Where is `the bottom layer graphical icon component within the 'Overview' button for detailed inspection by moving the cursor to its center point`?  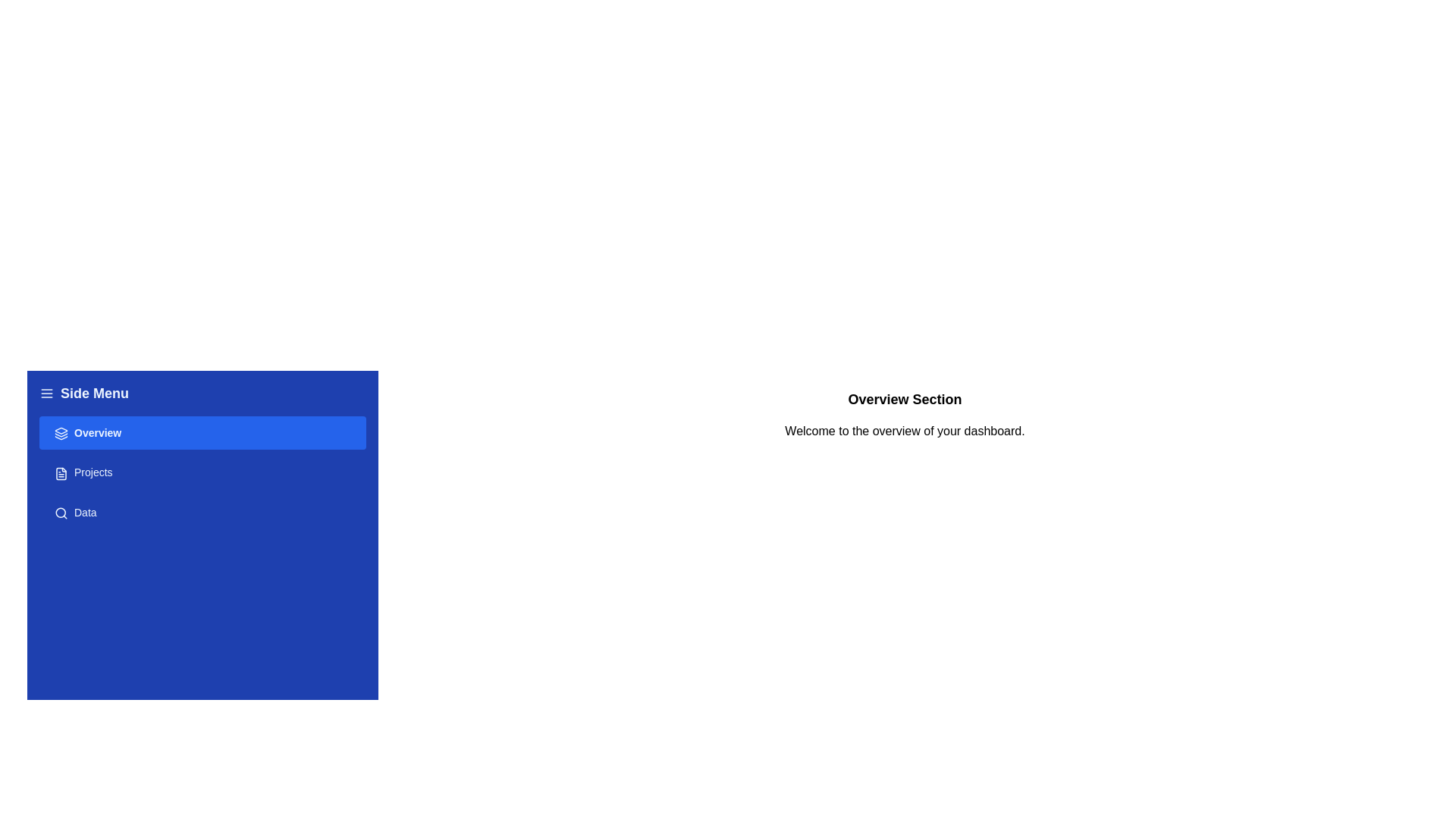
the bottom layer graphical icon component within the 'Overview' button for detailed inspection by moving the cursor to its center point is located at coordinates (61, 438).